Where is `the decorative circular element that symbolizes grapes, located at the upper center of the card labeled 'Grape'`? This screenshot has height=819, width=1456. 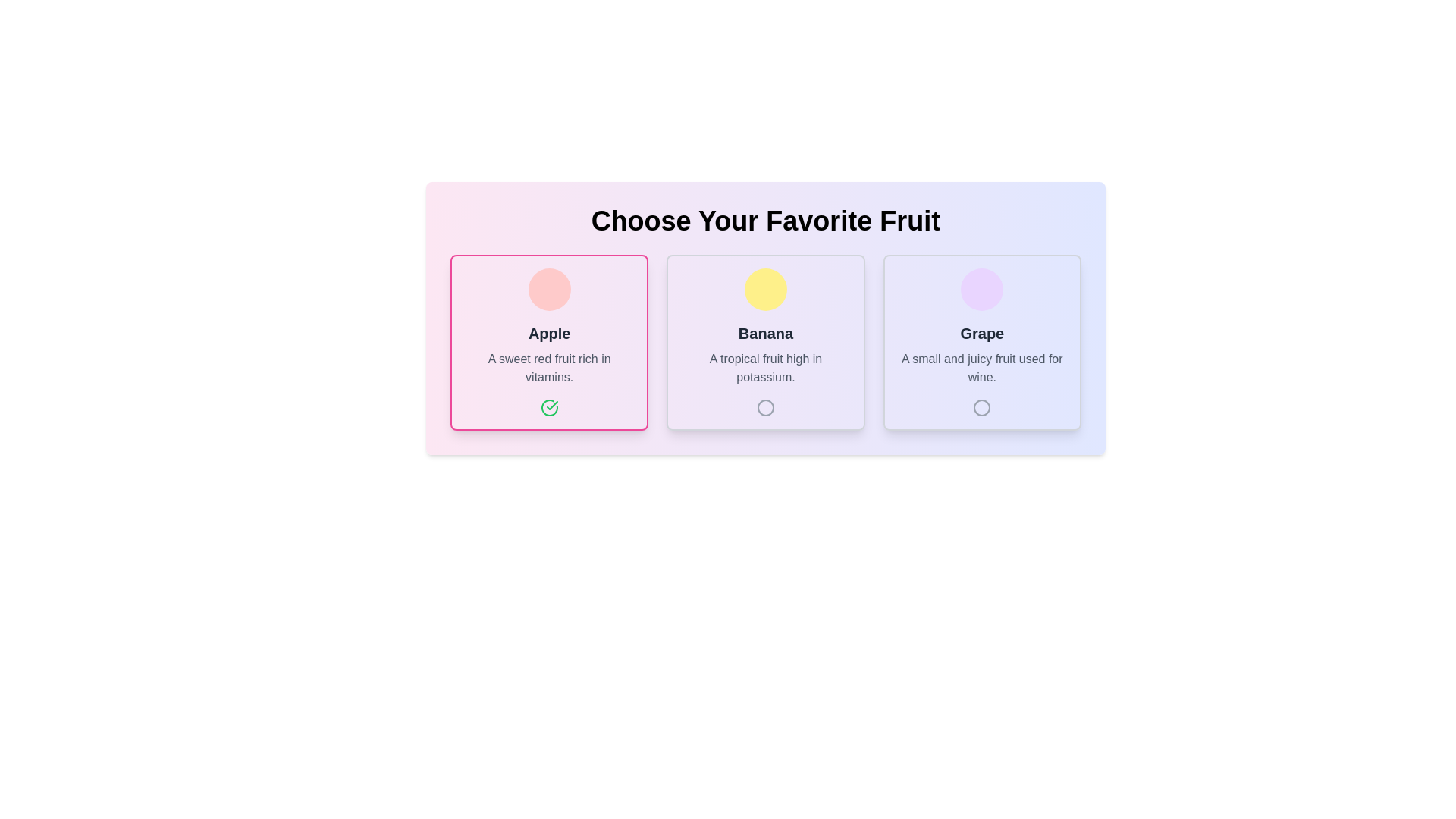 the decorative circular element that symbolizes grapes, located at the upper center of the card labeled 'Grape' is located at coordinates (982, 289).